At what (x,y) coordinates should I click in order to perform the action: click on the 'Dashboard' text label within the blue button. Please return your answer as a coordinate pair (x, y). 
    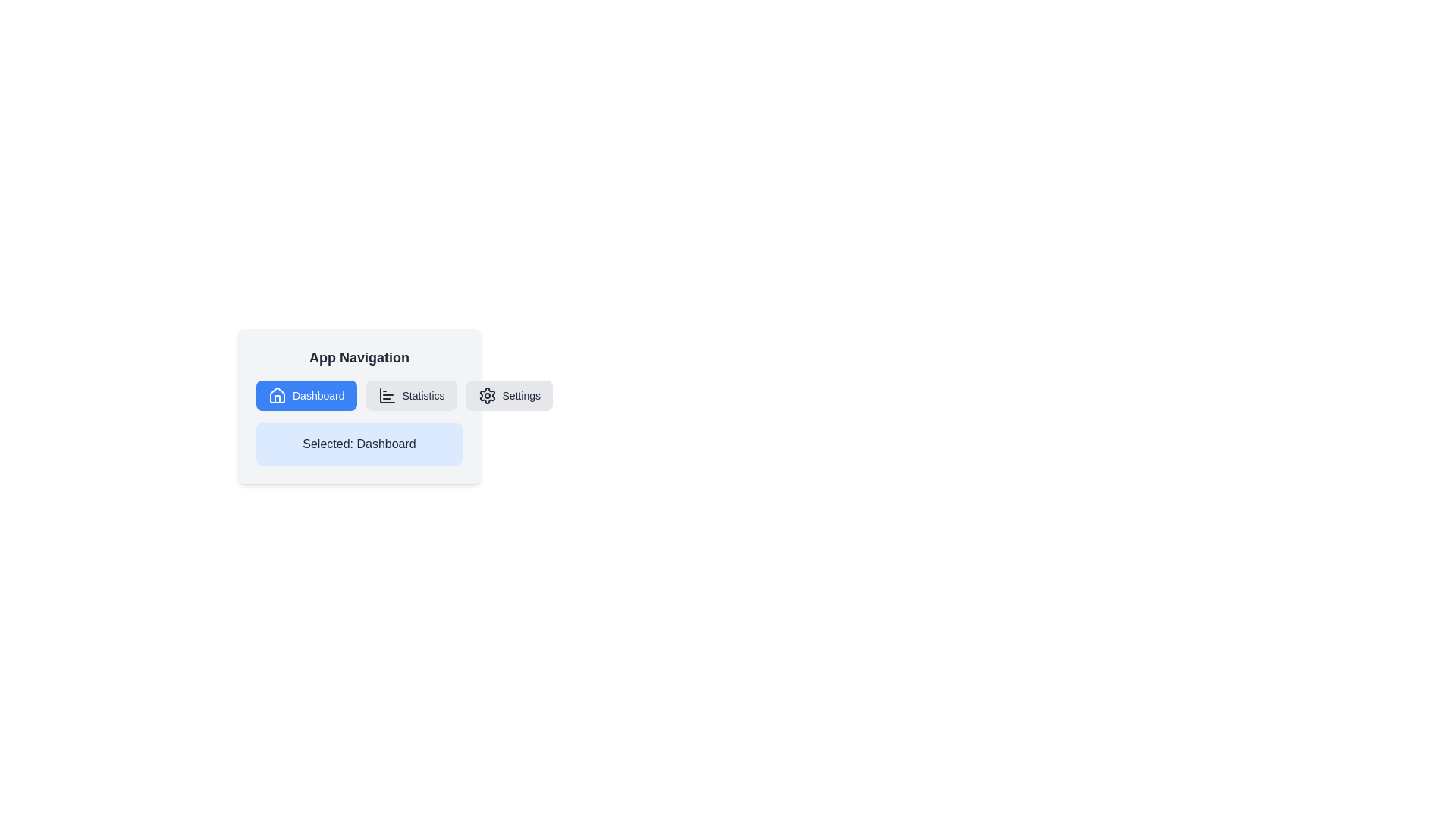
    Looking at the image, I should click on (318, 394).